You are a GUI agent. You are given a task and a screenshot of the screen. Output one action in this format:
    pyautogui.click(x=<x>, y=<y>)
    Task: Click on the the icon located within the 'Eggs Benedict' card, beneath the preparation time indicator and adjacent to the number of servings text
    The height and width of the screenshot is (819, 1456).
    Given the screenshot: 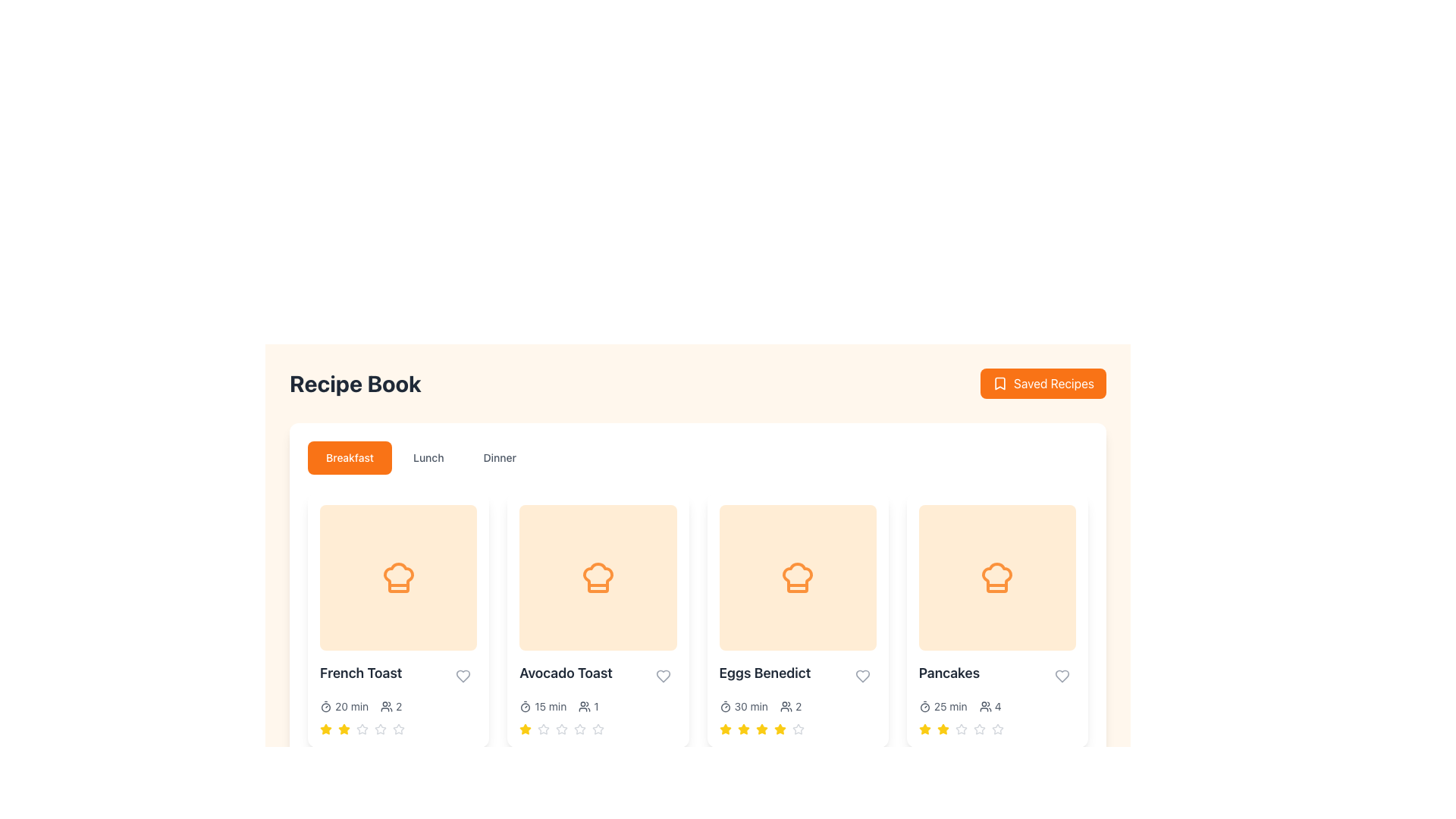 What is the action you would take?
    pyautogui.click(x=786, y=707)
    